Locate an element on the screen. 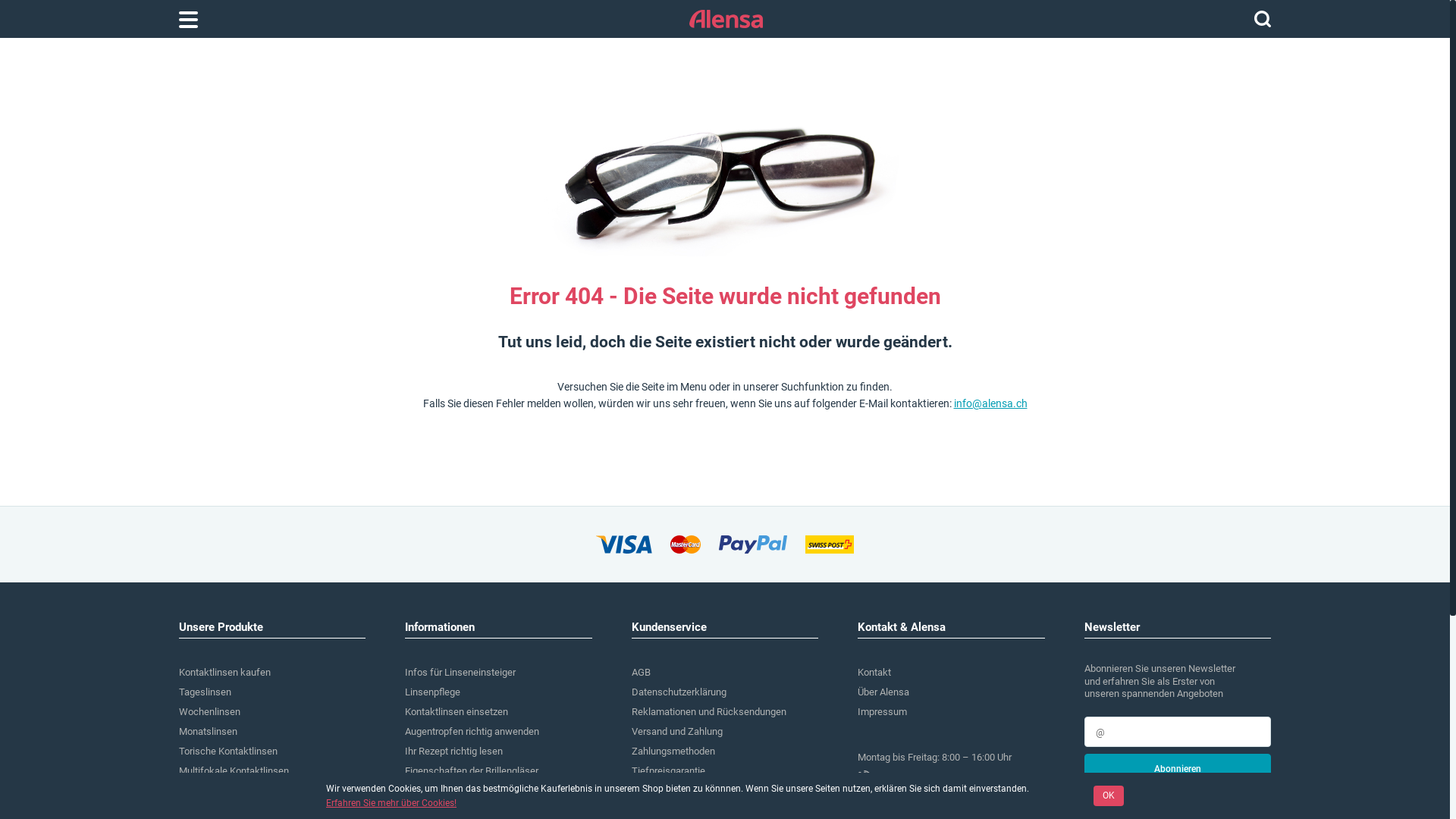 The image size is (1456, 819). 'Pflegemittel' is located at coordinates (203, 809).